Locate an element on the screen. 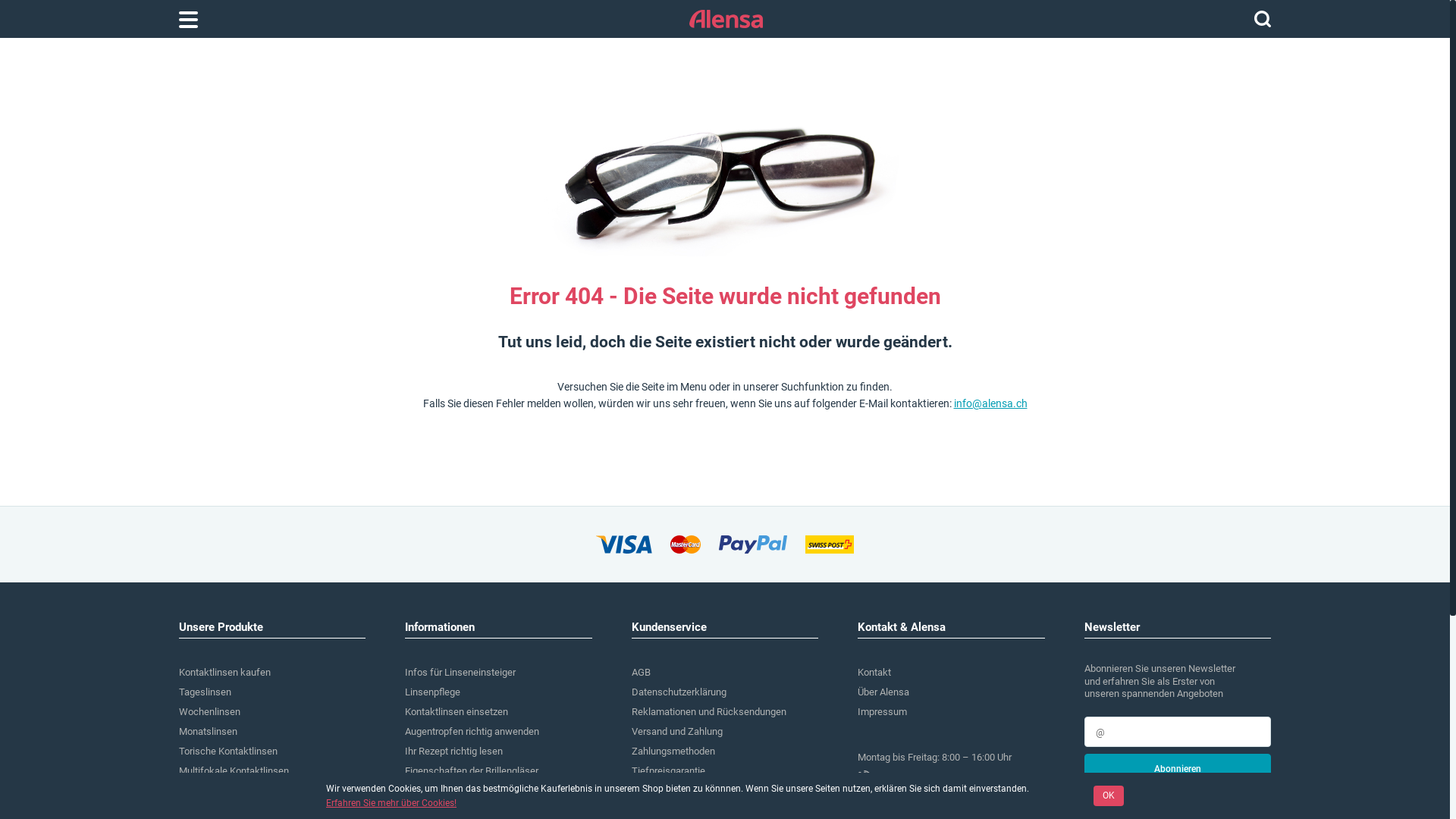 The image size is (1456, 819). 'Pflegemittel' is located at coordinates (203, 809).